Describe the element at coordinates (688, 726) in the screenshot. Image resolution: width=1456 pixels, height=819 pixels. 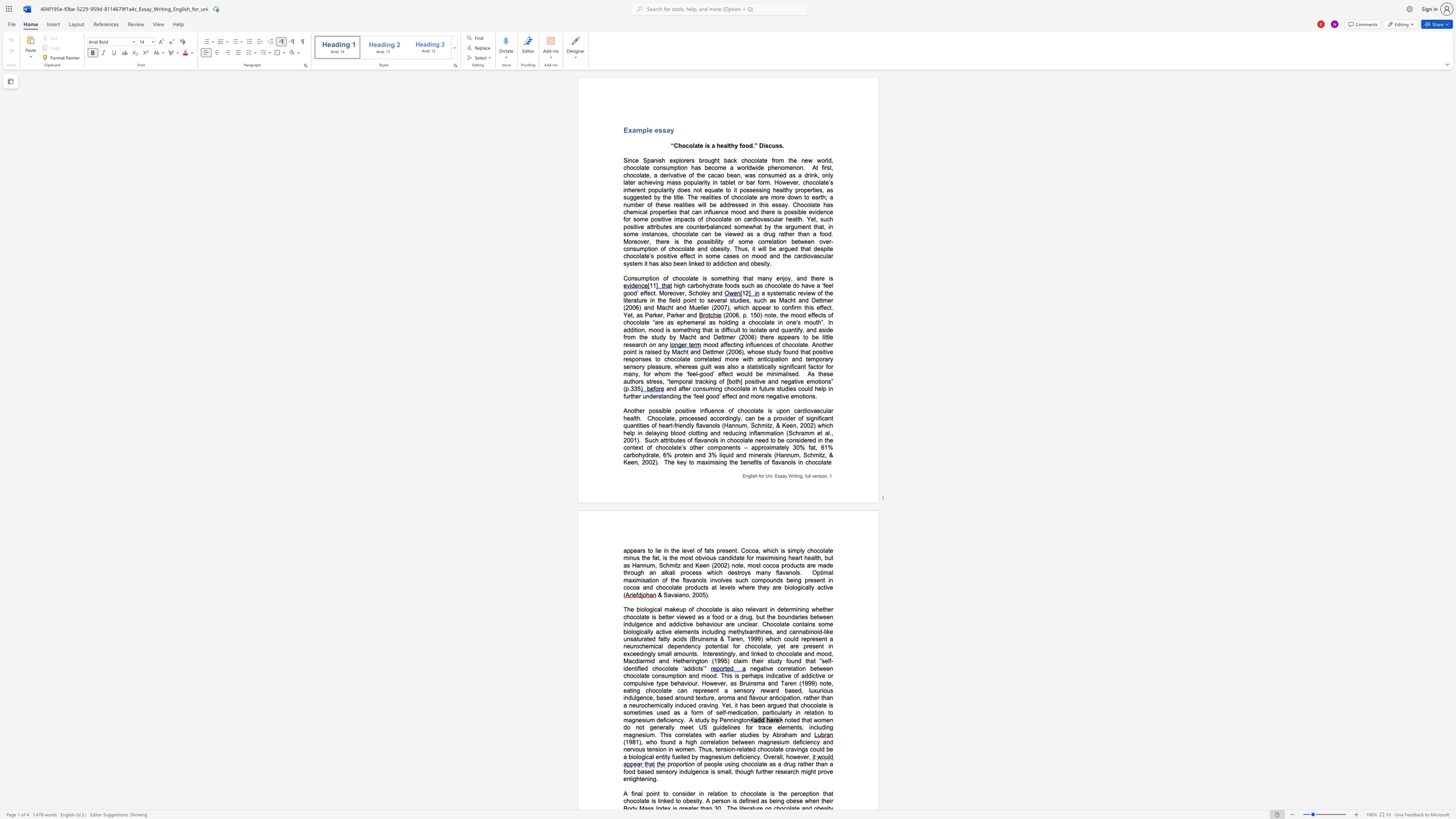
I see `the subset text "et" within the text "generally meet"` at that location.